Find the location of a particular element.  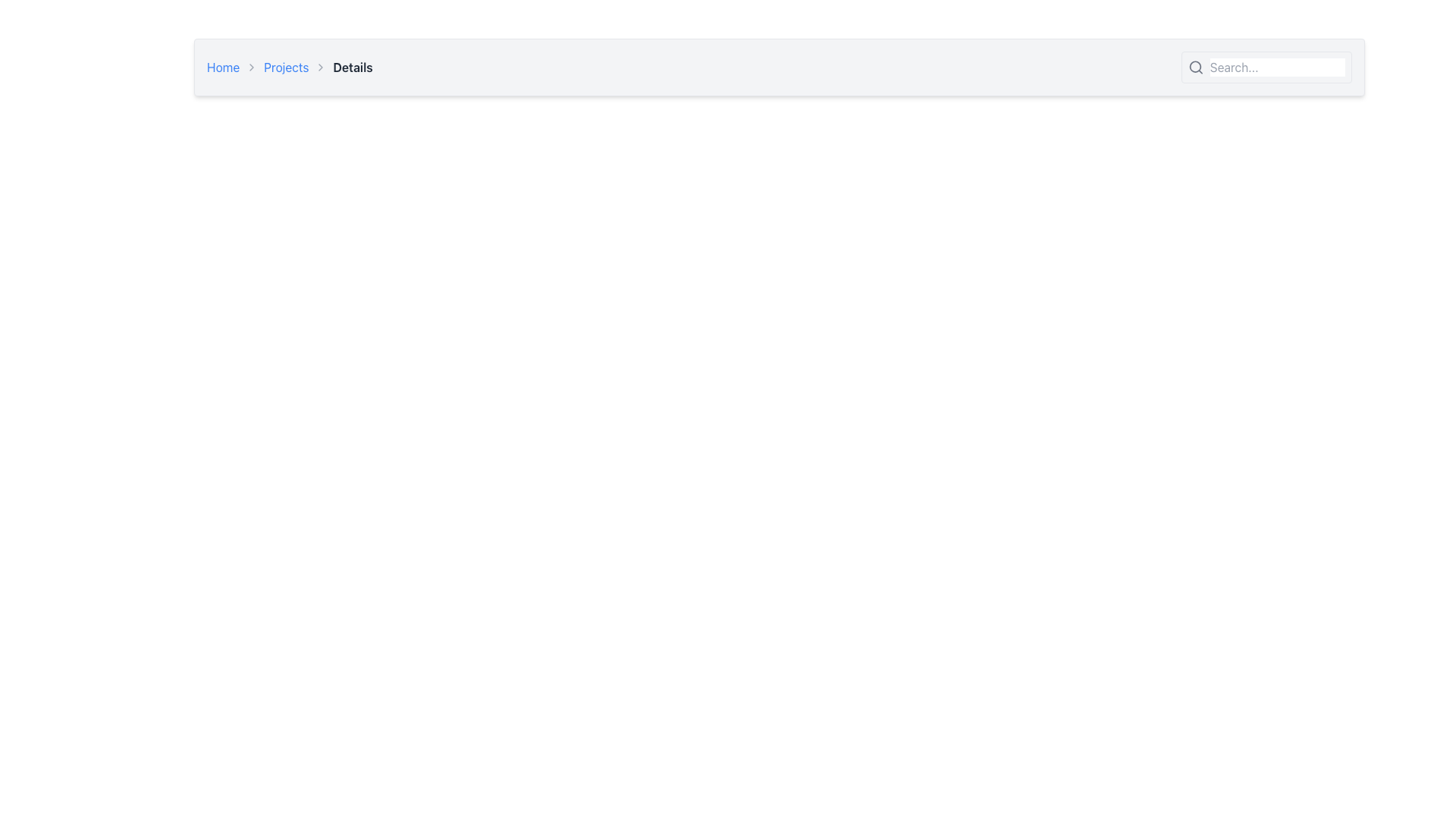

the rightward-pointing chevron icon in the navigation breadcrumb trail, which is styled in light gray and separates 'Home' and 'Projects' is located at coordinates (252, 66).